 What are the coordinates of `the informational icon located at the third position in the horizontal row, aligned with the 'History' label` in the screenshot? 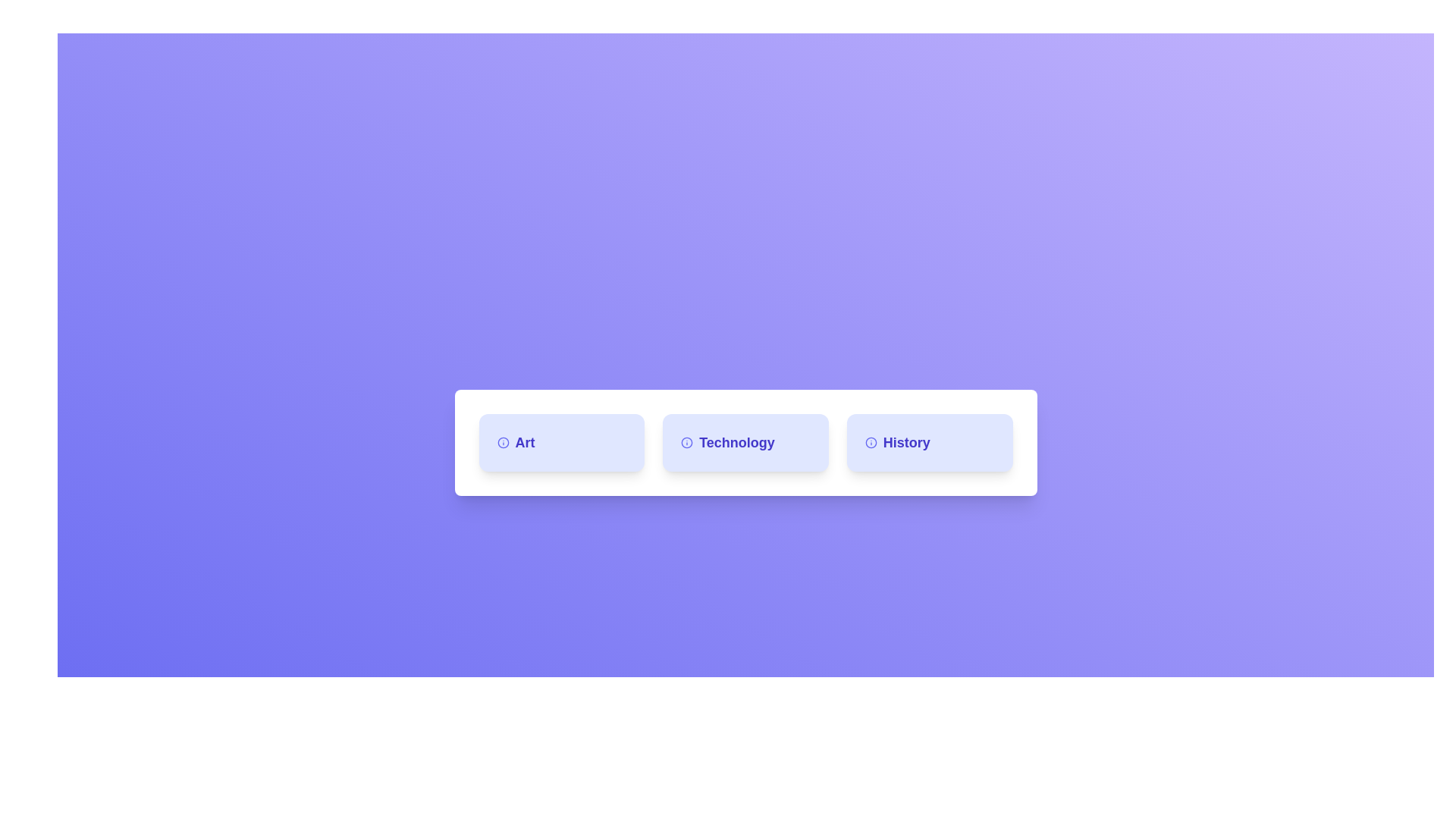 It's located at (871, 442).